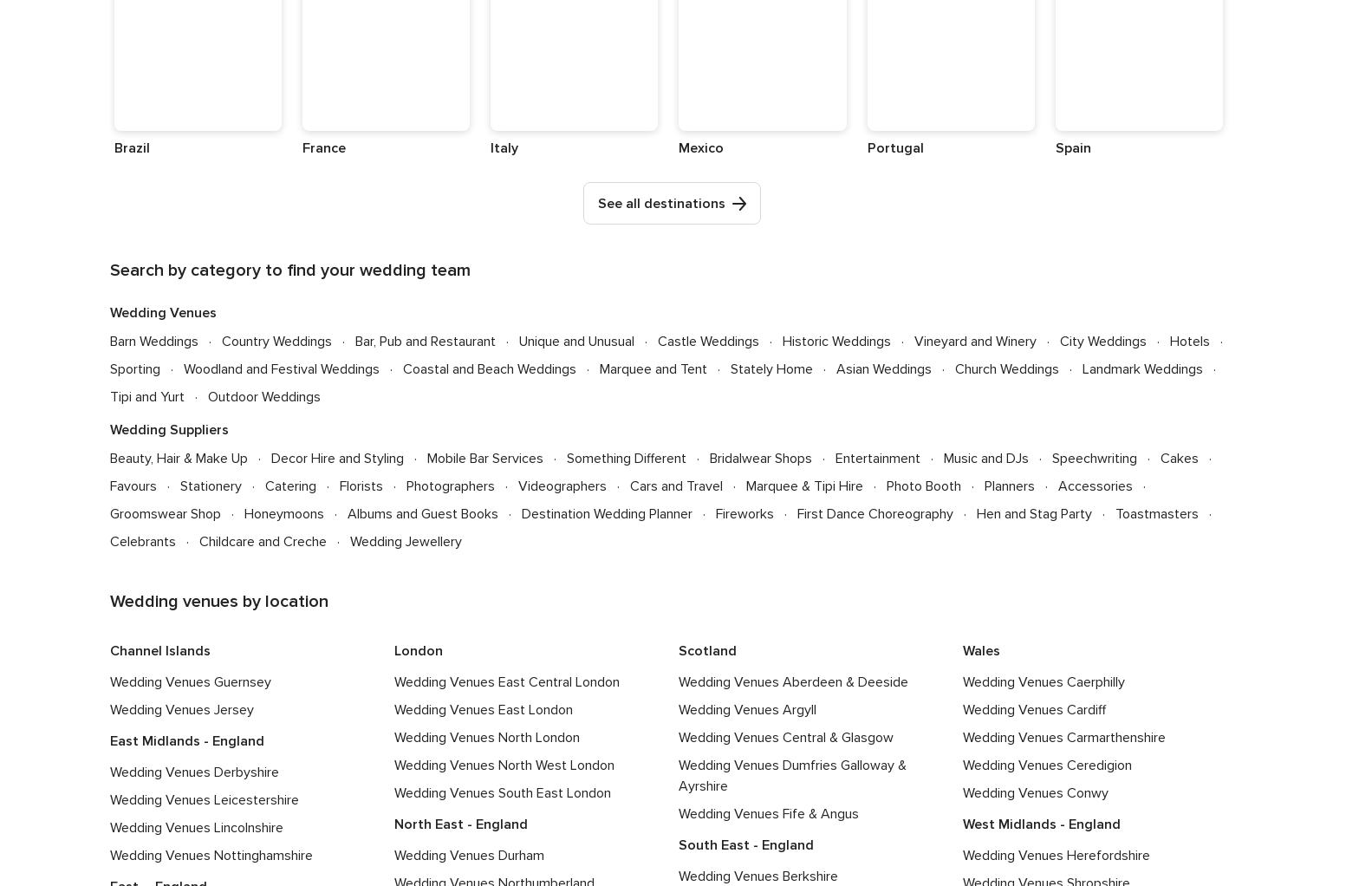  What do you see at coordinates (1180, 456) in the screenshot?
I see `'Cakes'` at bounding box center [1180, 456].